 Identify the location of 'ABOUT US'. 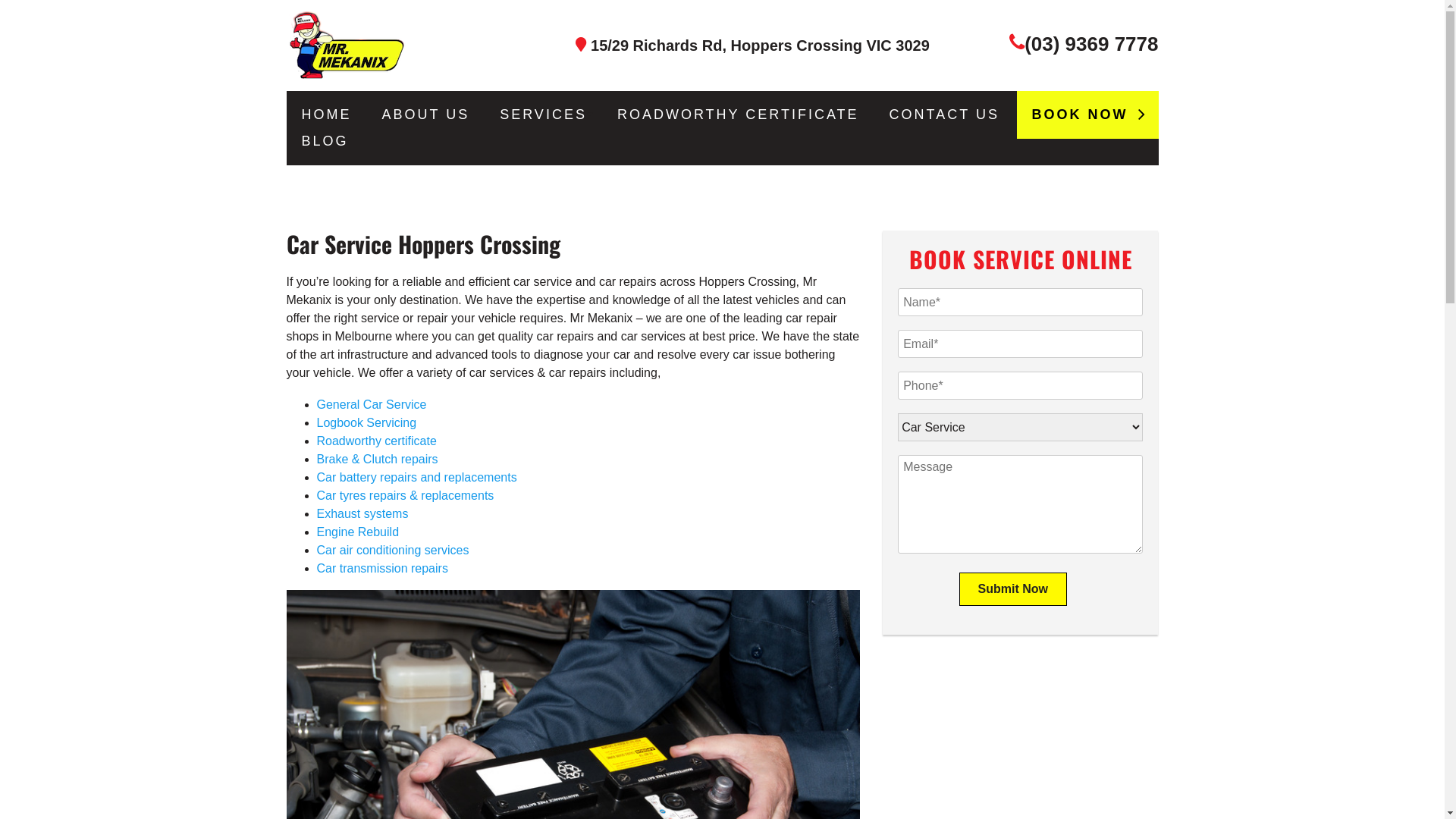
(382, 114).